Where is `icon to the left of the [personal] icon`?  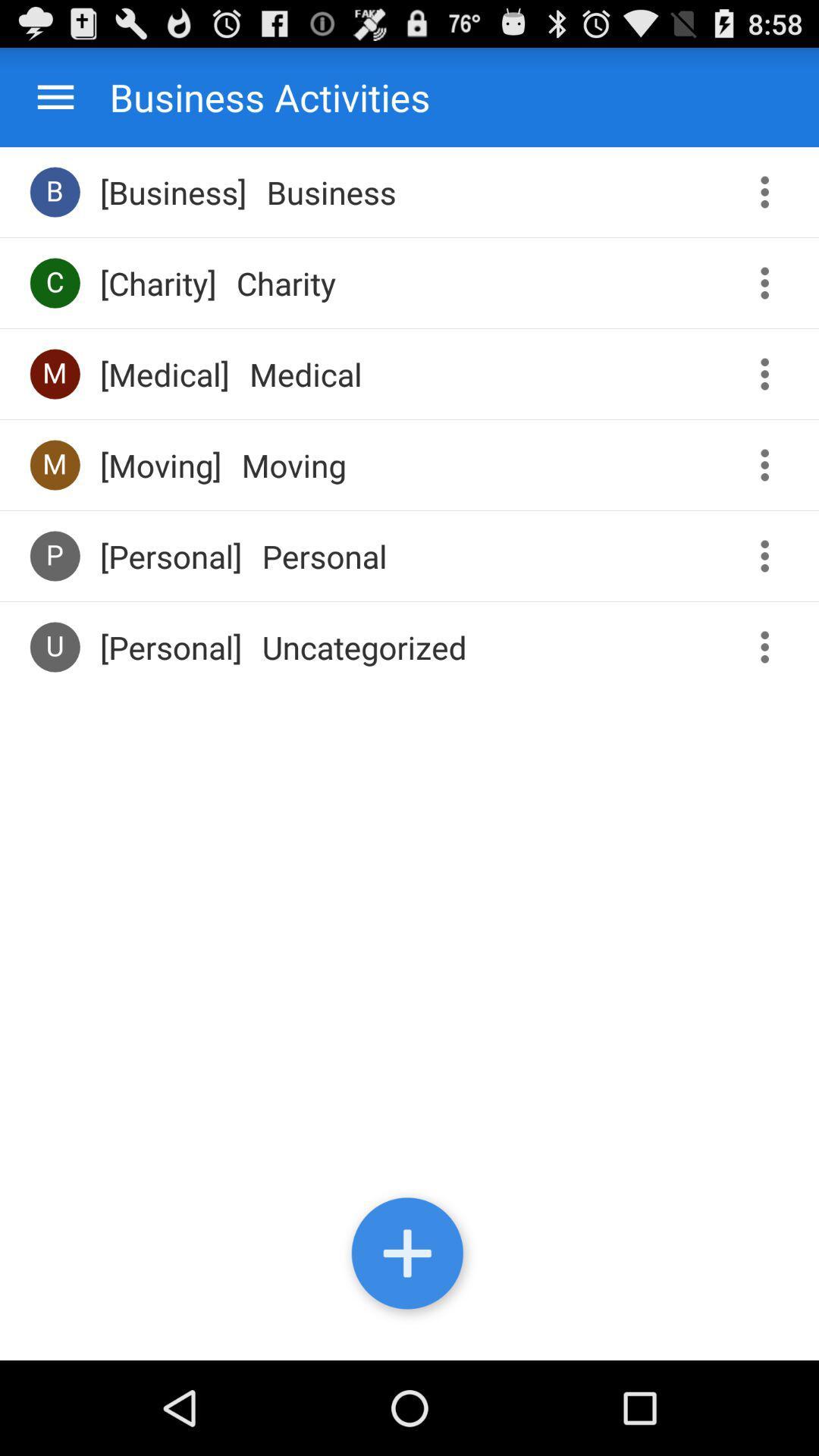
icon to the left of the [personal] icon is located at coordinates (54, 555).